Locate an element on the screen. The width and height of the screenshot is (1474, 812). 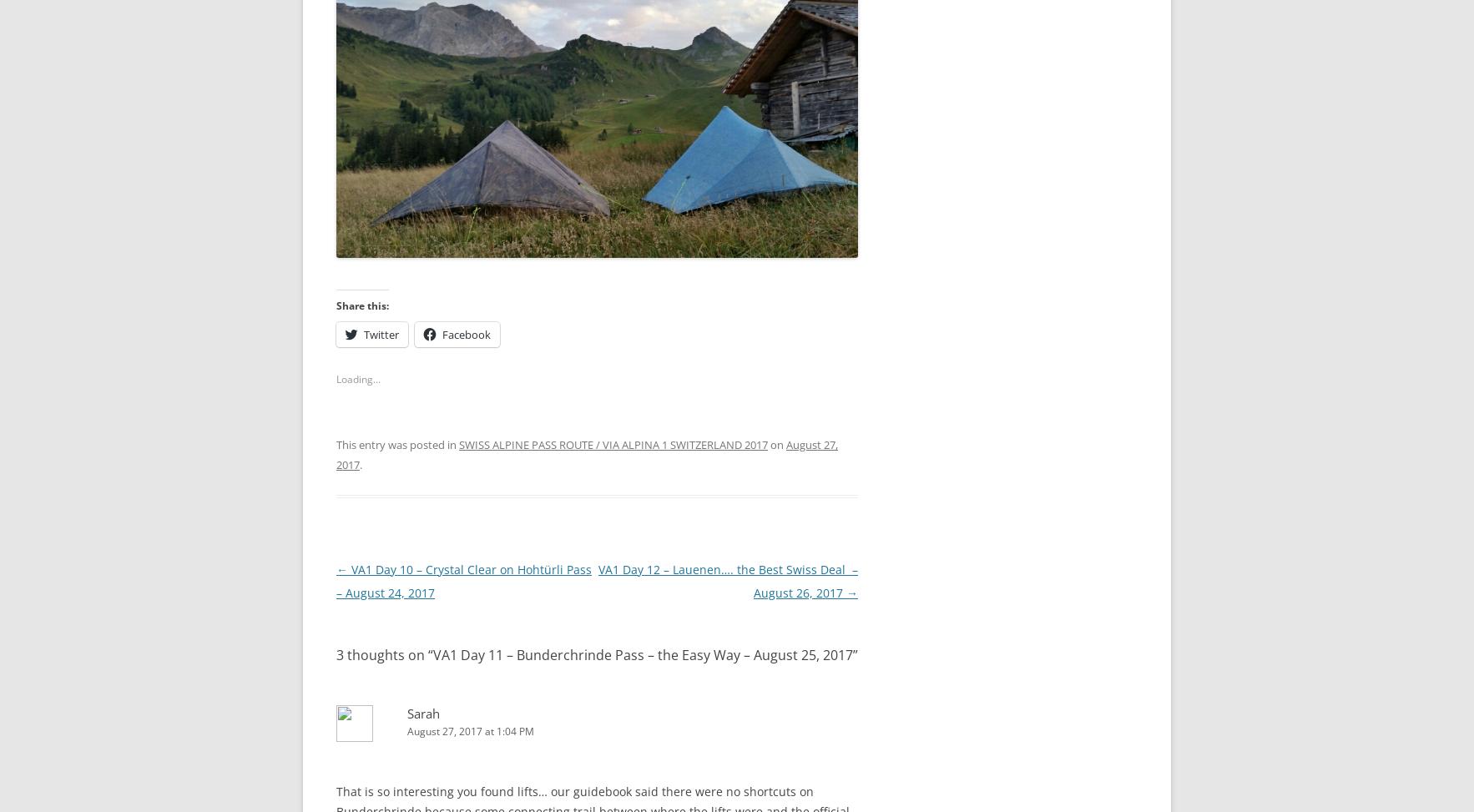
'Sarah' is located at coordinates (423, 709).